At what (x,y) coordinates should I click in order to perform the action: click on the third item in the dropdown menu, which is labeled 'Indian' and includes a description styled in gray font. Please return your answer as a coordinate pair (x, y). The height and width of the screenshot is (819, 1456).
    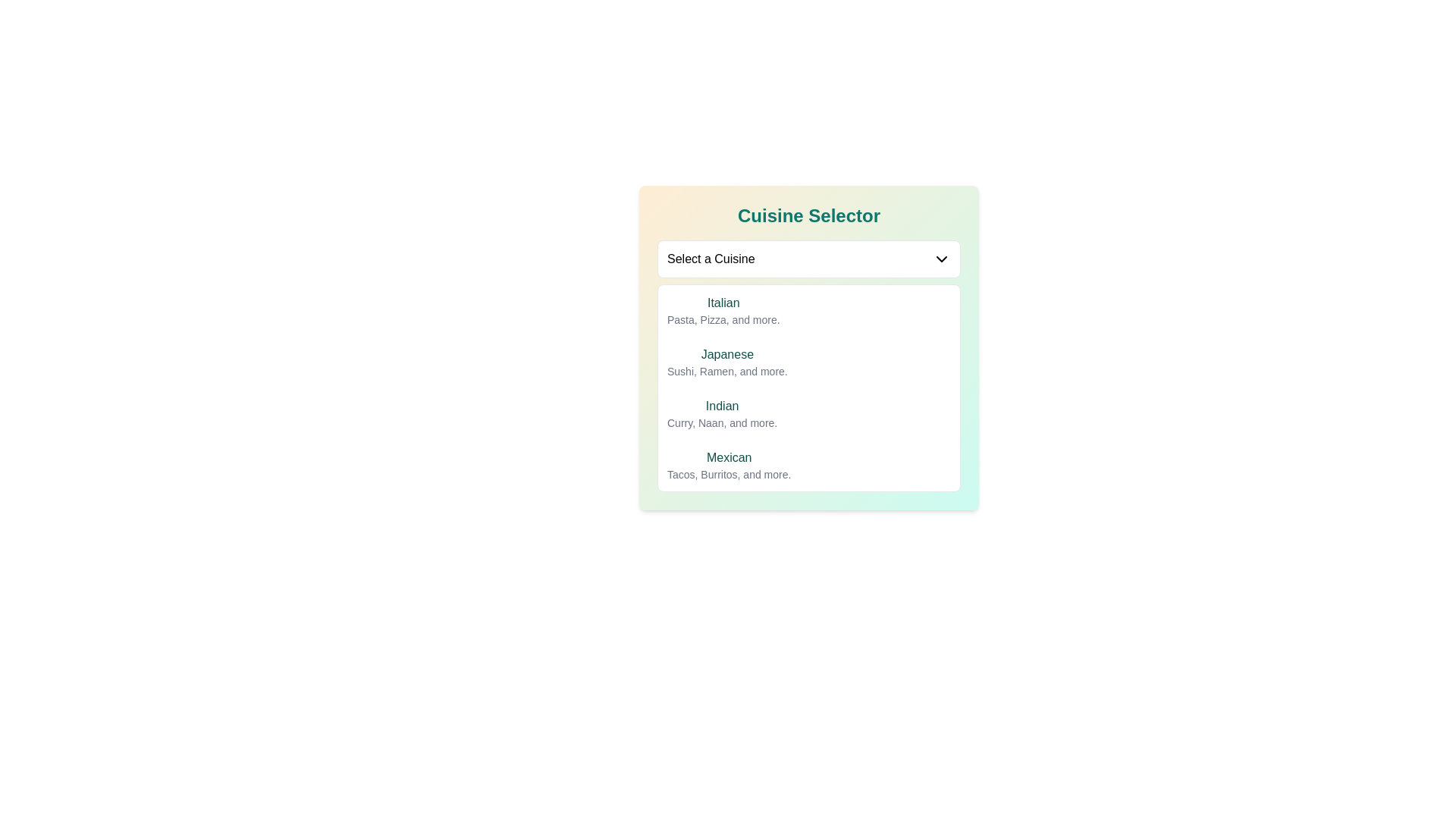
    Looking at the image, I should click on (808, 414).